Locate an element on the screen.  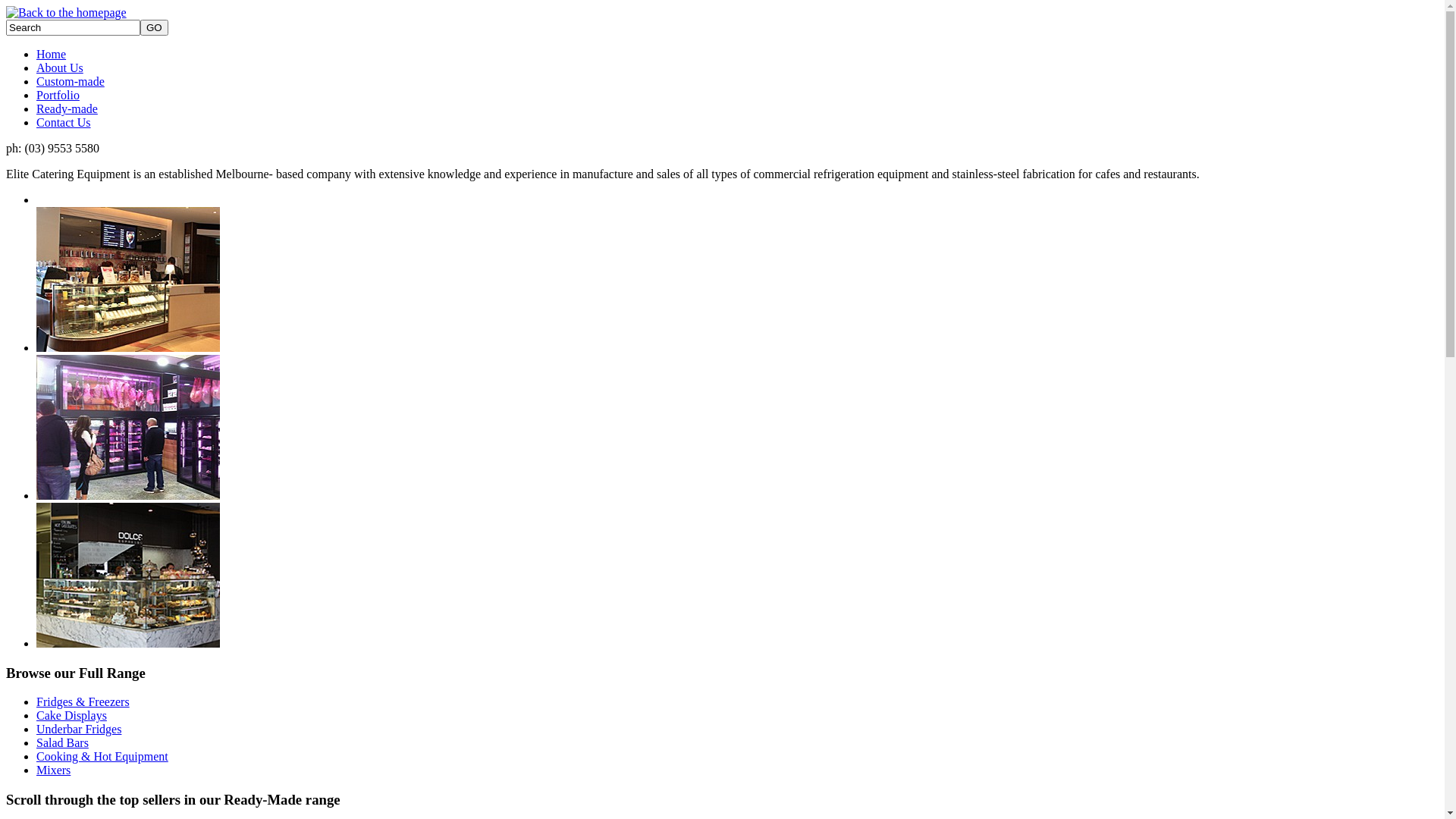
'Salad Bars' is located at coordinates (36, 742).